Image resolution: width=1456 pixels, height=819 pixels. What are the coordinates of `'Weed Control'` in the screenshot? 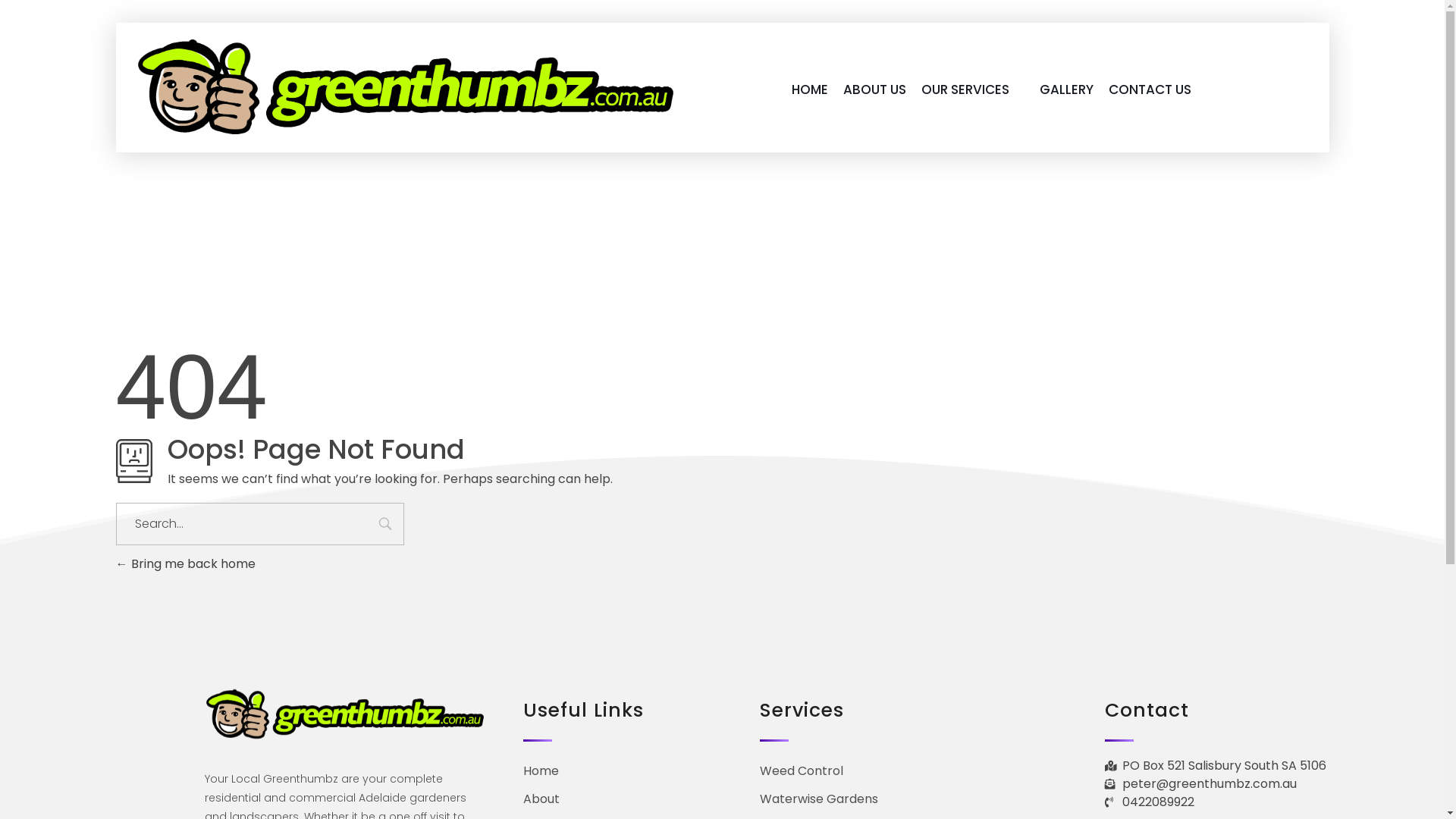 It's located at (800, 770).